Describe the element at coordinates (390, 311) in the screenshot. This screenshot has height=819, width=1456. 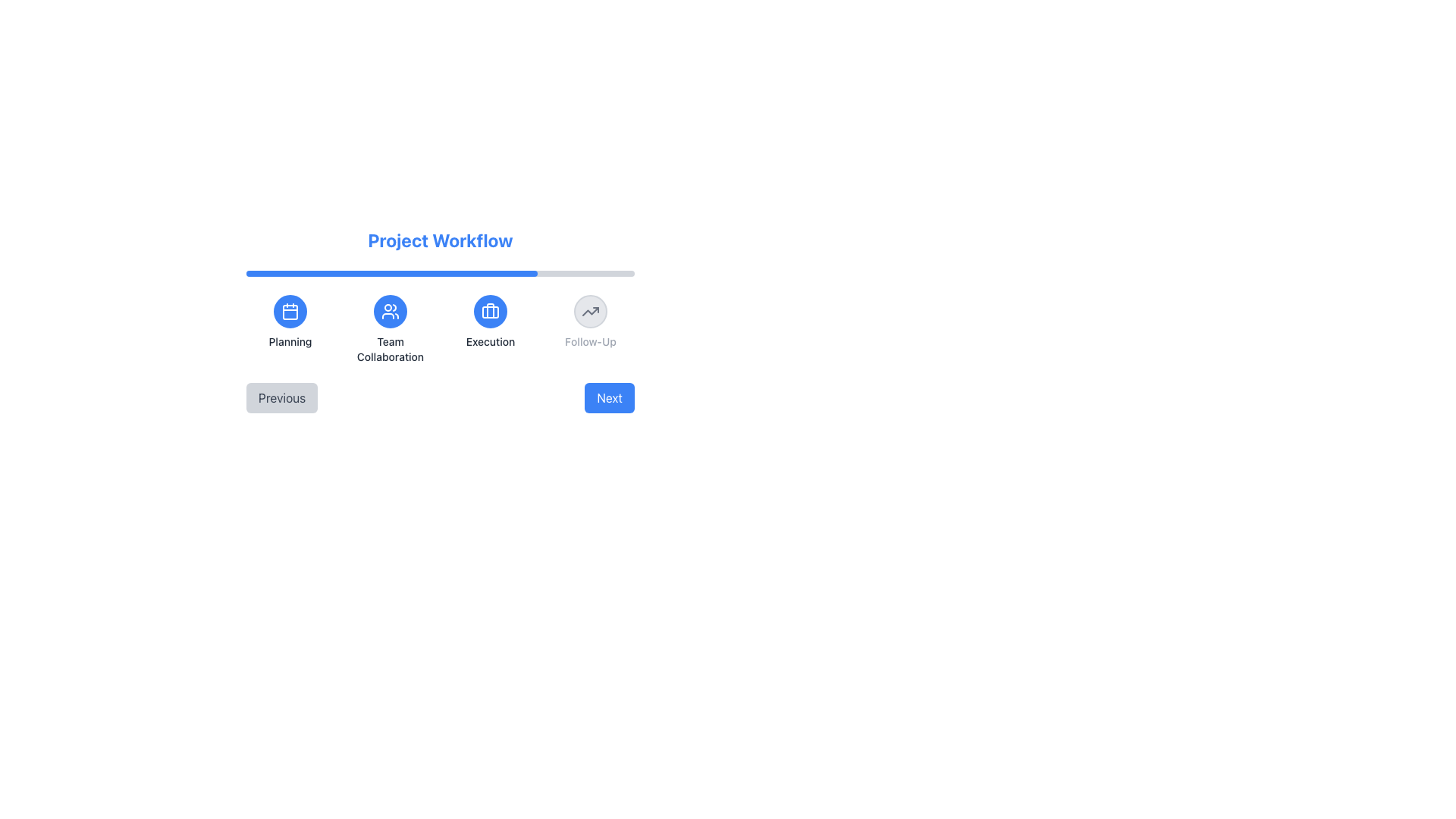
I see `the 'Team Collaboration' icon button` at that location.